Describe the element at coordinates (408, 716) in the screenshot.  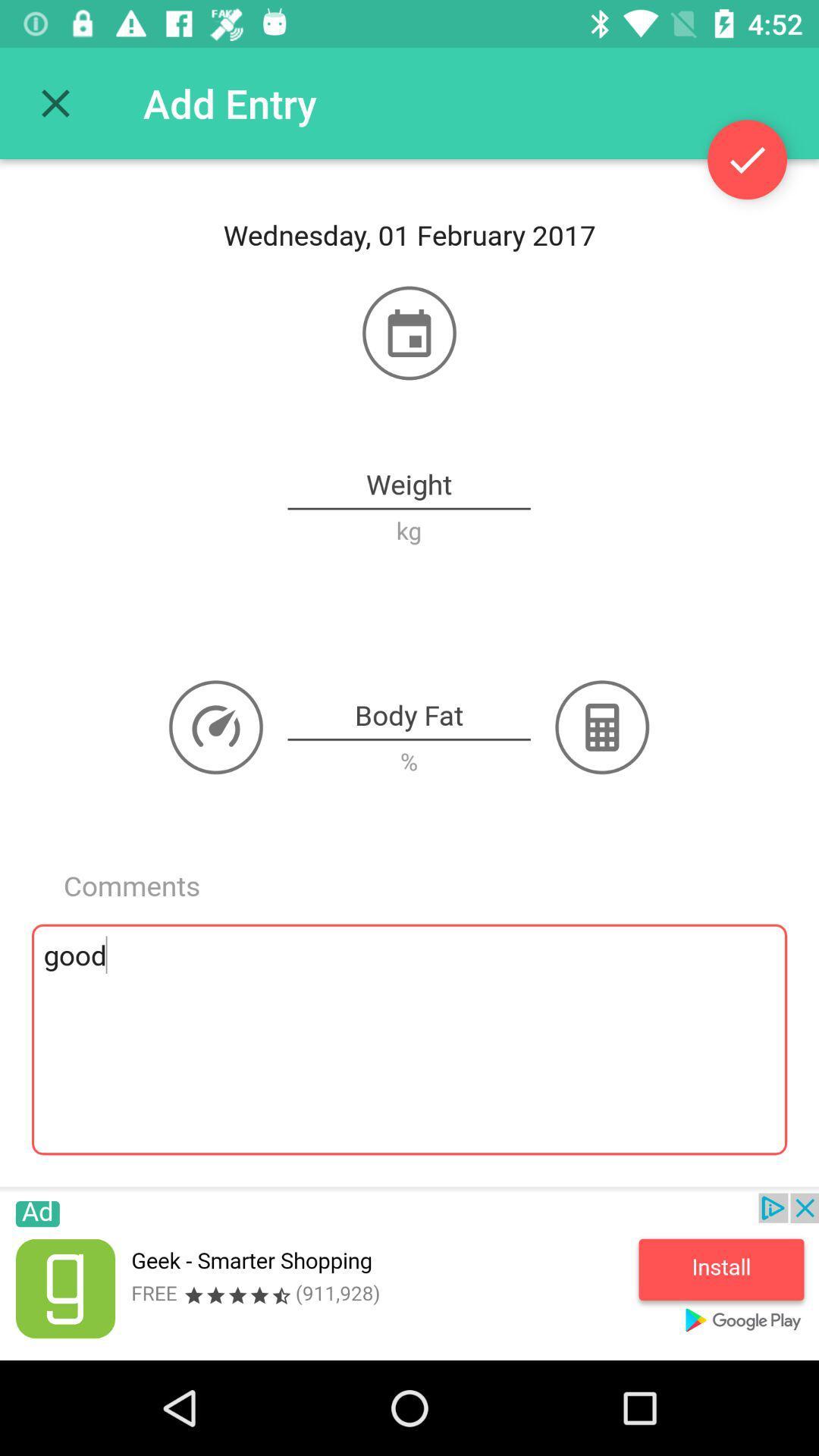
I see `body fat value` at that location.